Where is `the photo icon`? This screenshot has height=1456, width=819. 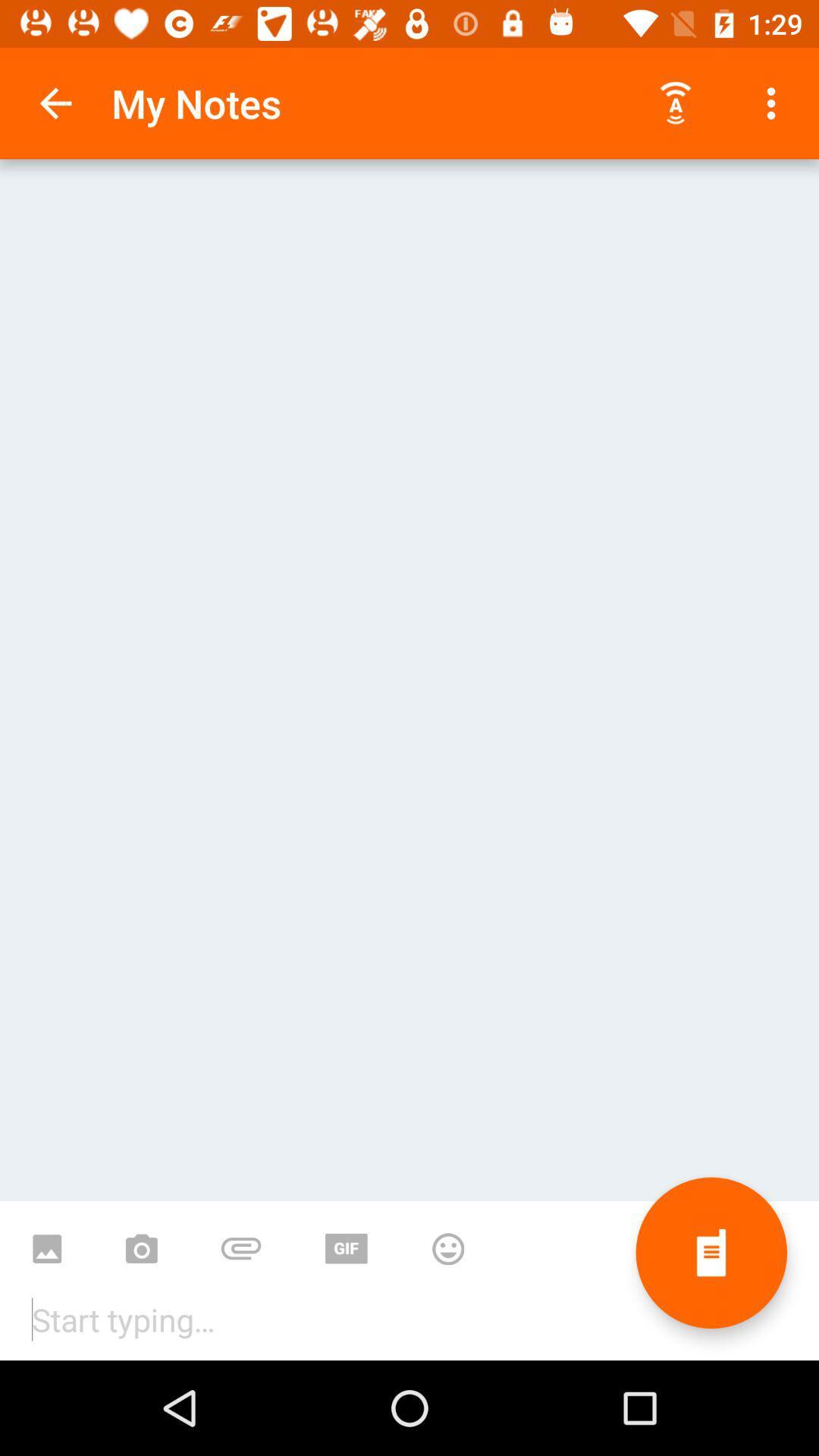
the photo icon is located at coordinates (141, 1238).